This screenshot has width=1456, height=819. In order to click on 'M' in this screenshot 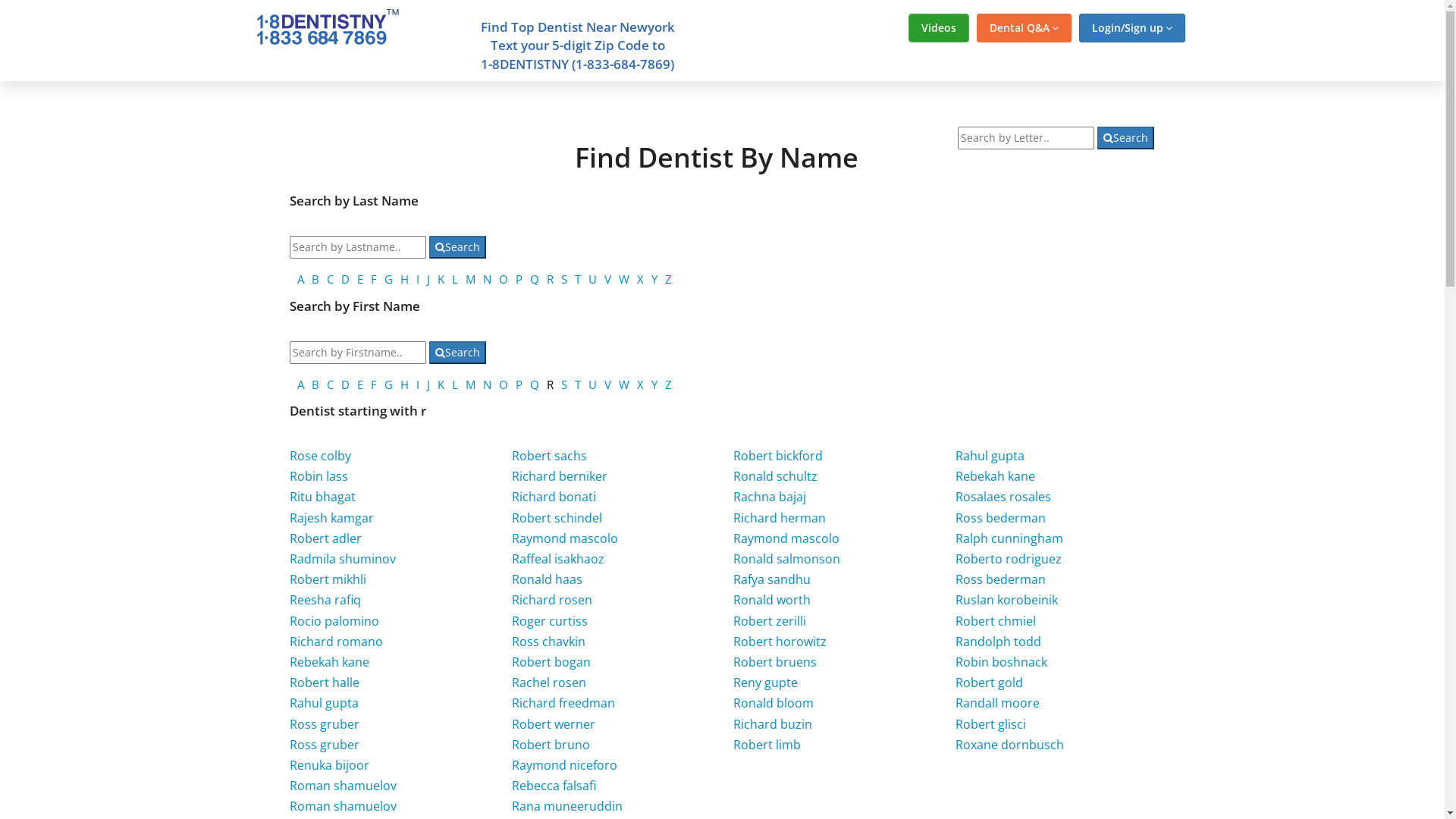, I will do `click(469, 383)`.